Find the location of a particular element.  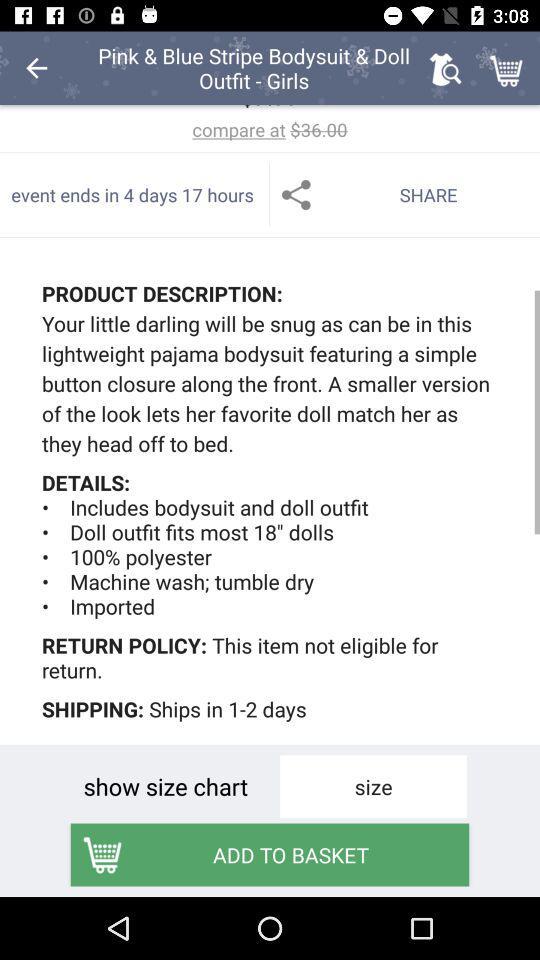

the icon next to event ends in icon is located at coordinates (405, 194).